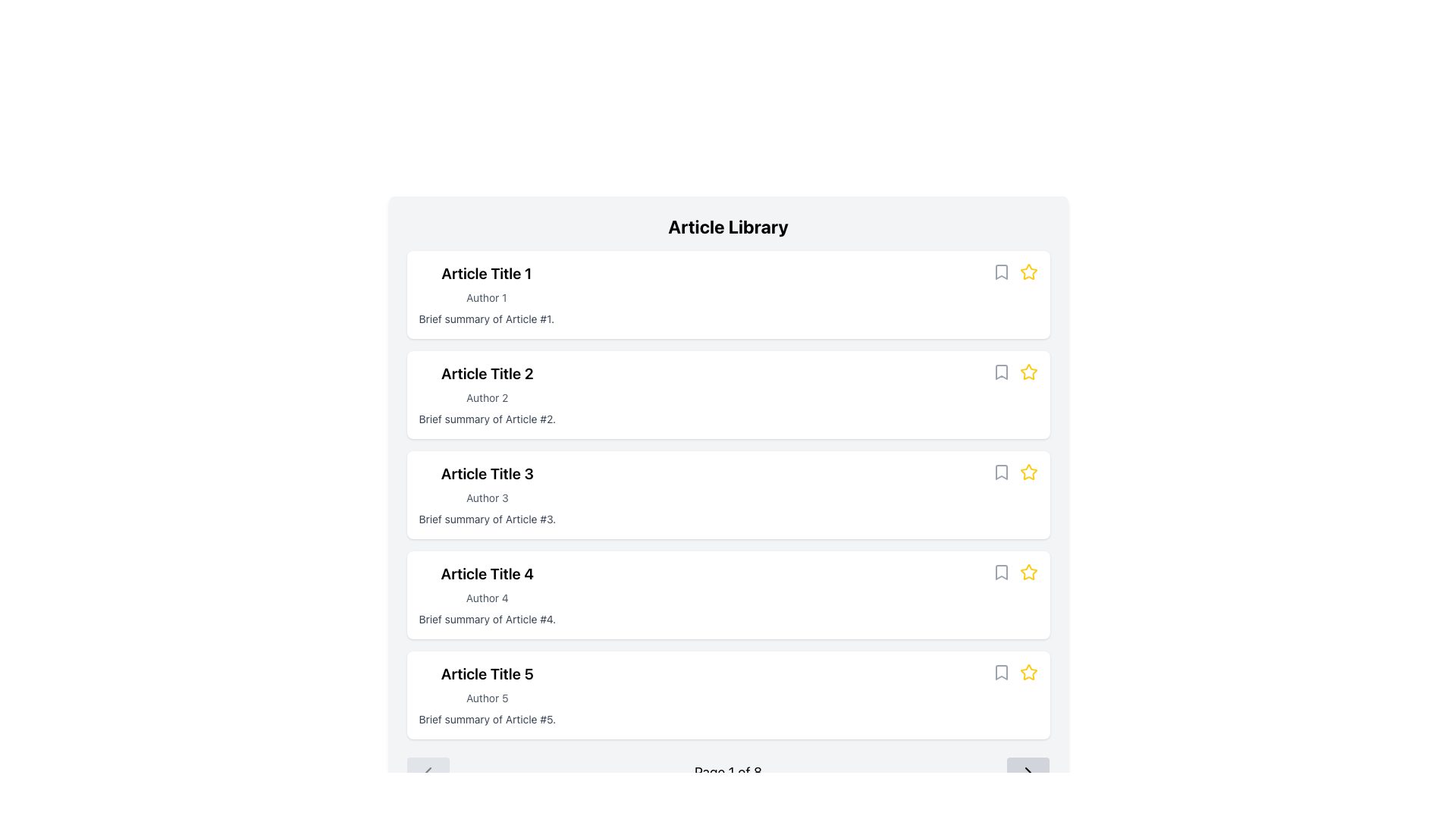 The image size is (1456, 819). I want to click on and drop the yellow star-shaped icon, which serves as a rating or favorite button, located in the right-hand area of the fifth content block for reordering or grouping, so click(1028, 573).